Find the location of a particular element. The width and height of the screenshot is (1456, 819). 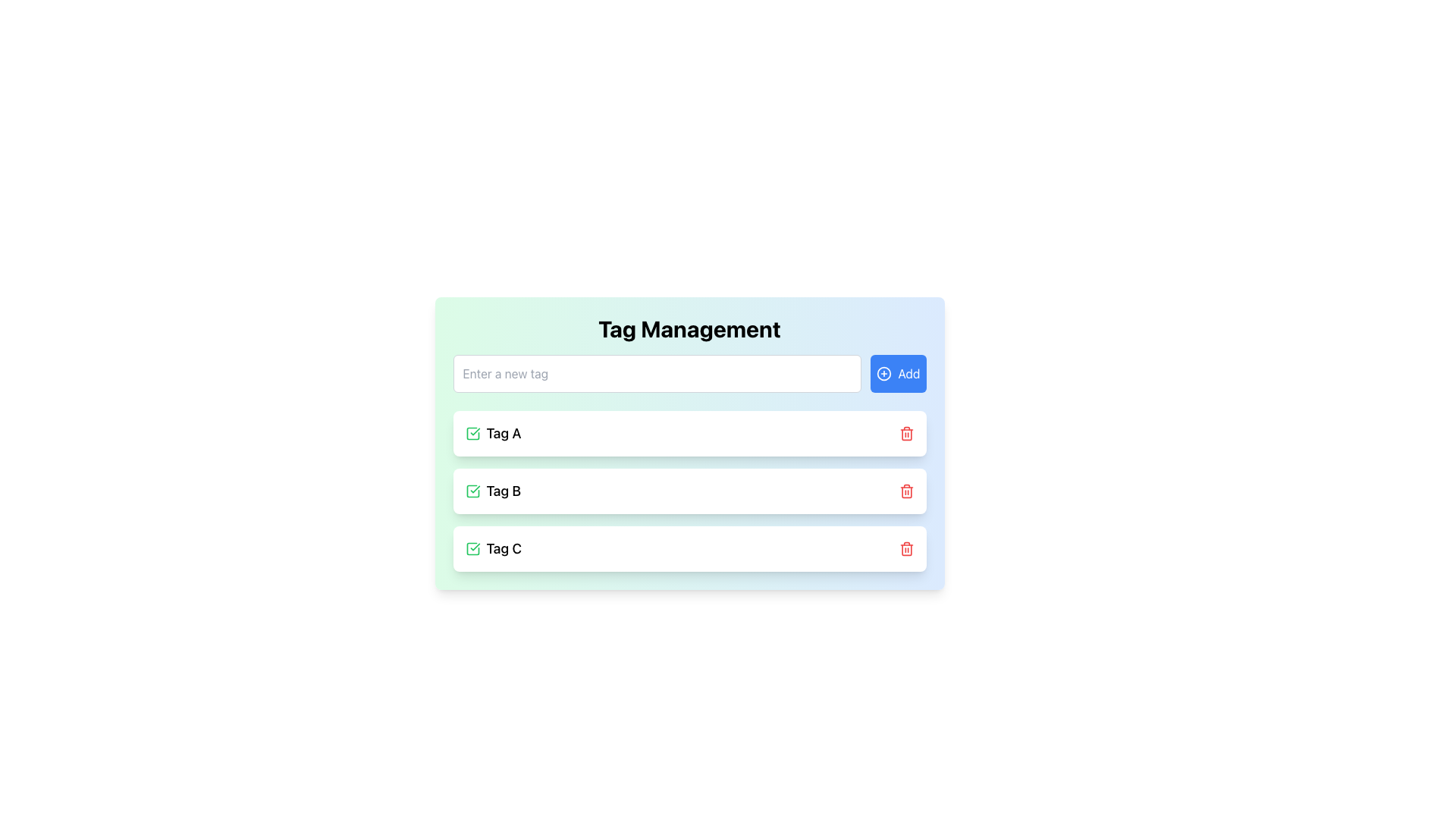

the text label displaying 'Tag B' located is located at coordinates (503, 491).